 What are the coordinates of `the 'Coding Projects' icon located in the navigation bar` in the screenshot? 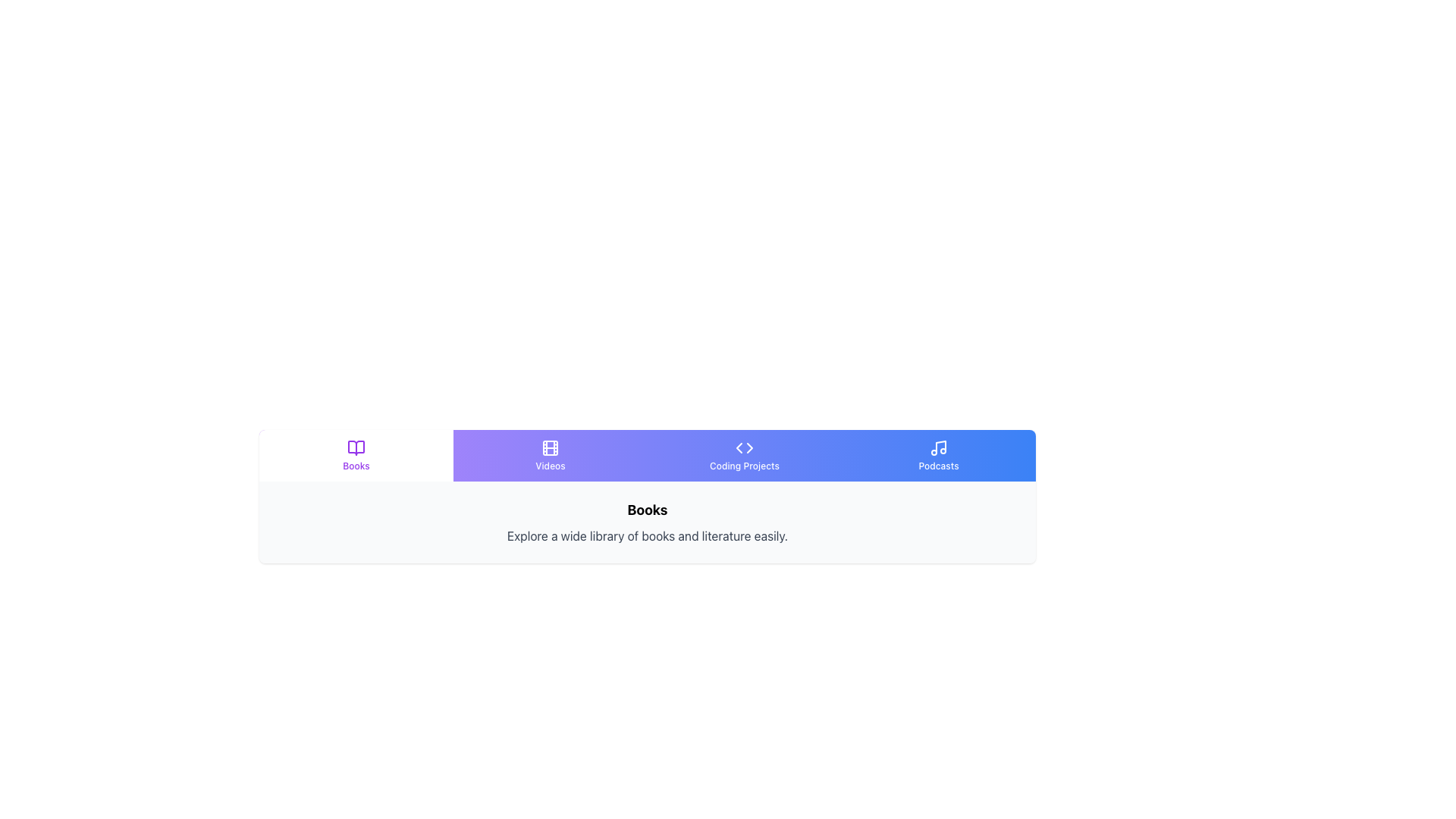 It's located at (745, 447).